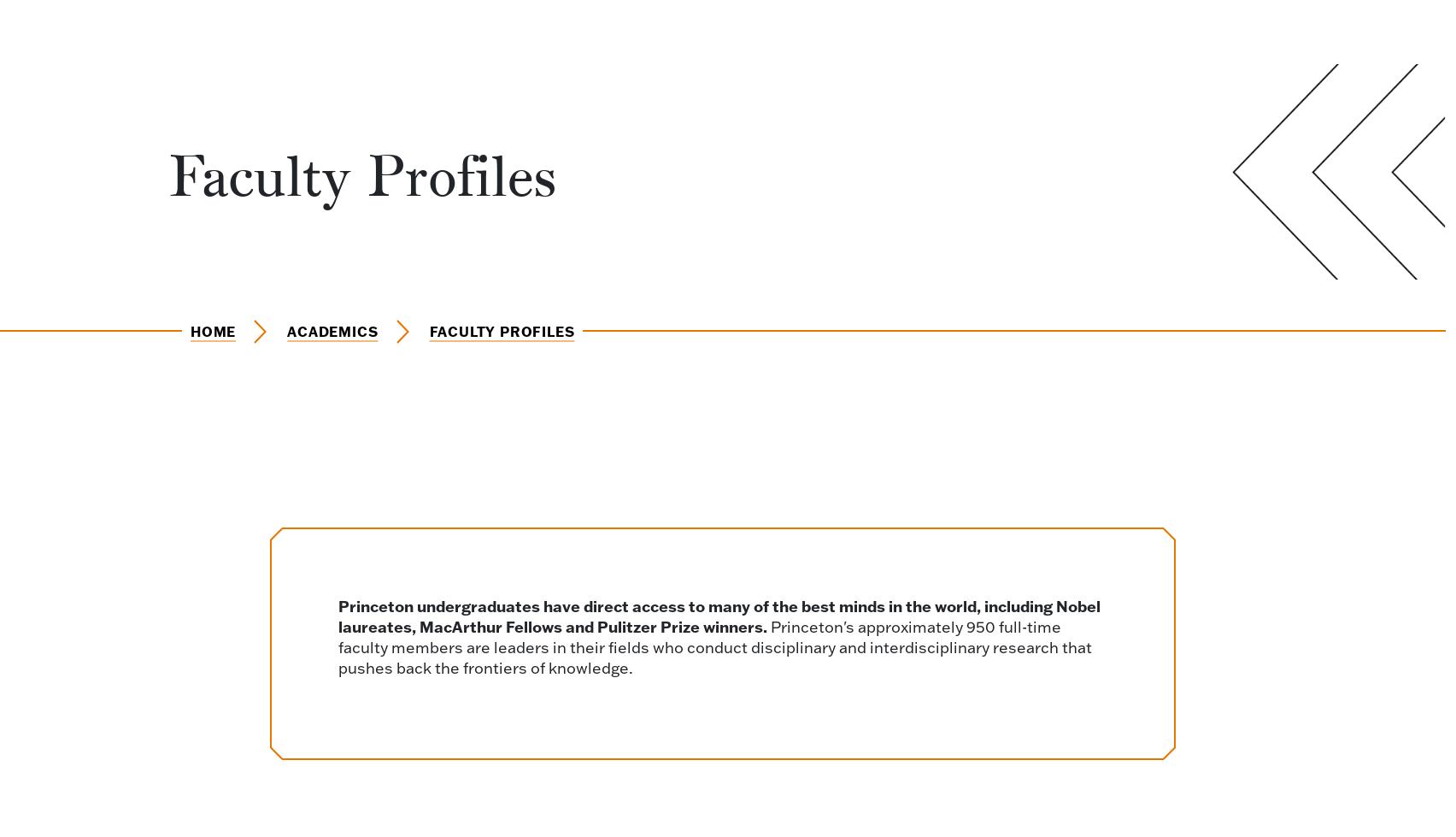 This screenshot has height=837, width=1456. What do you see at coordinates (1086, 85) in the screenshot?
I see `'Operations Research and Financial Engineering'` at bounding box center [1086, 85].